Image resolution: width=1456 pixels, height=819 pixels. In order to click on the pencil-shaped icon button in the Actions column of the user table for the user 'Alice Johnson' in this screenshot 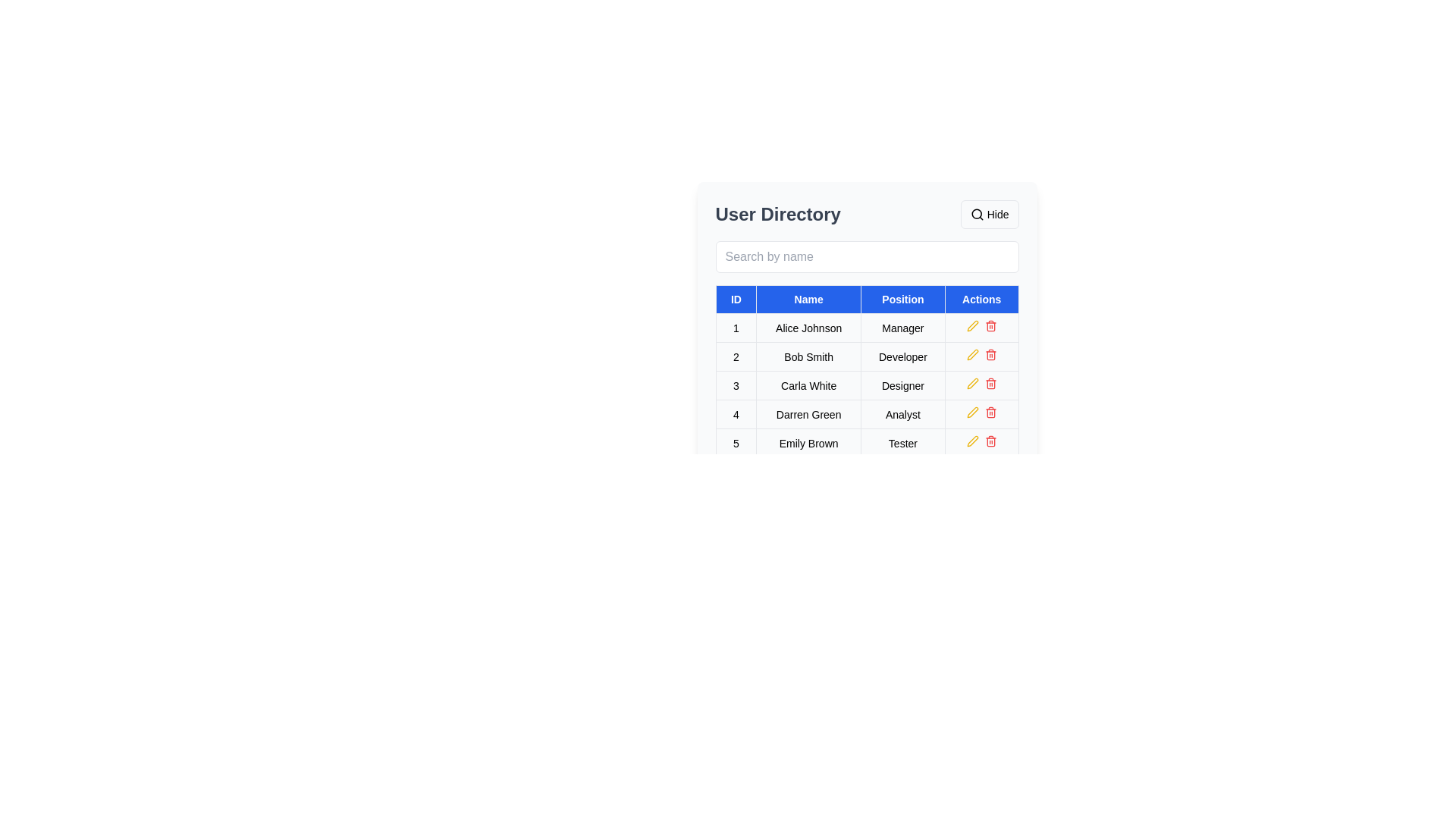, I will do `click(972, 325)`.